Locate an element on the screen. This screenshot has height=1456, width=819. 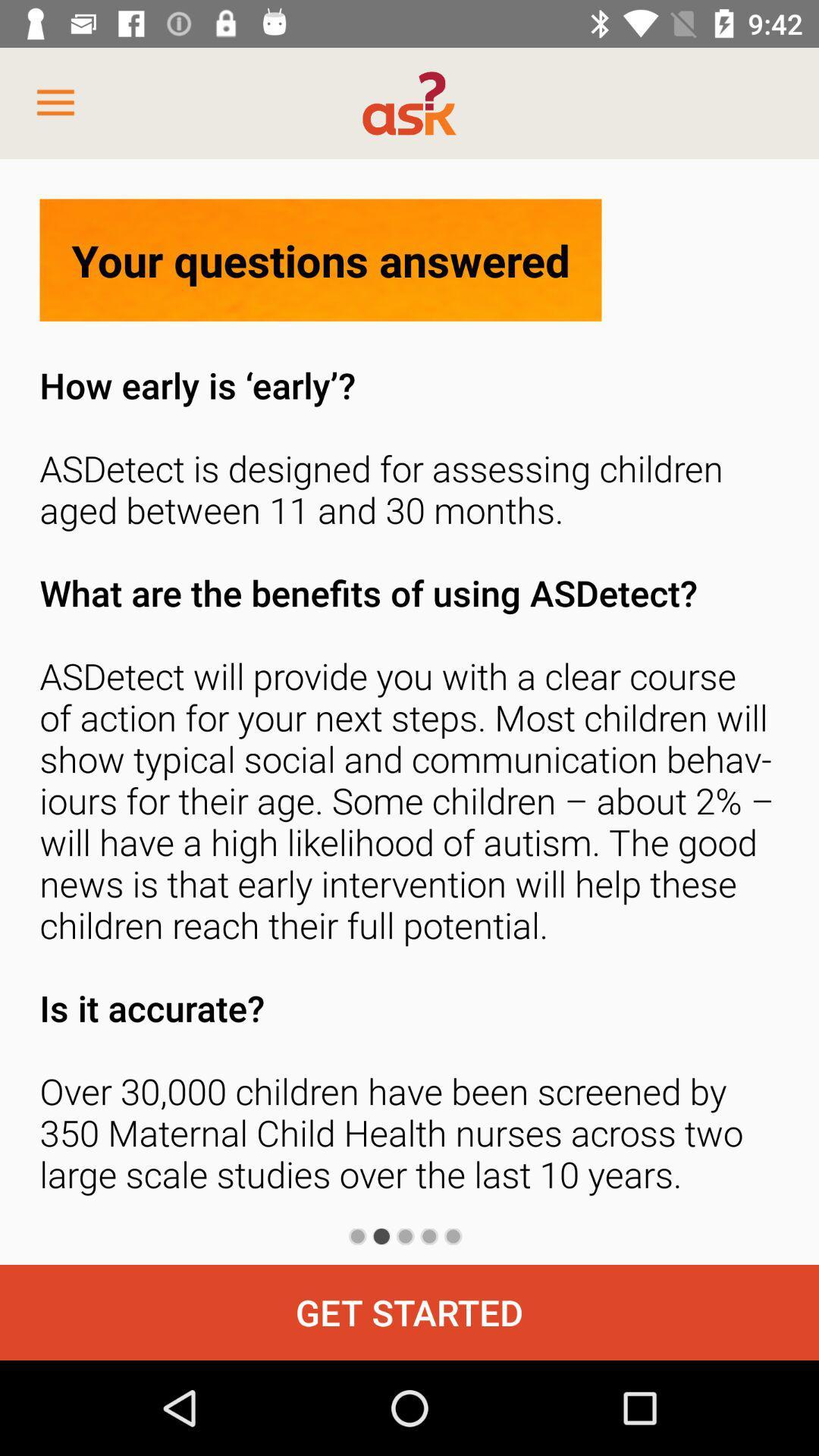
how early is icon is located at coordinates (409, 785).